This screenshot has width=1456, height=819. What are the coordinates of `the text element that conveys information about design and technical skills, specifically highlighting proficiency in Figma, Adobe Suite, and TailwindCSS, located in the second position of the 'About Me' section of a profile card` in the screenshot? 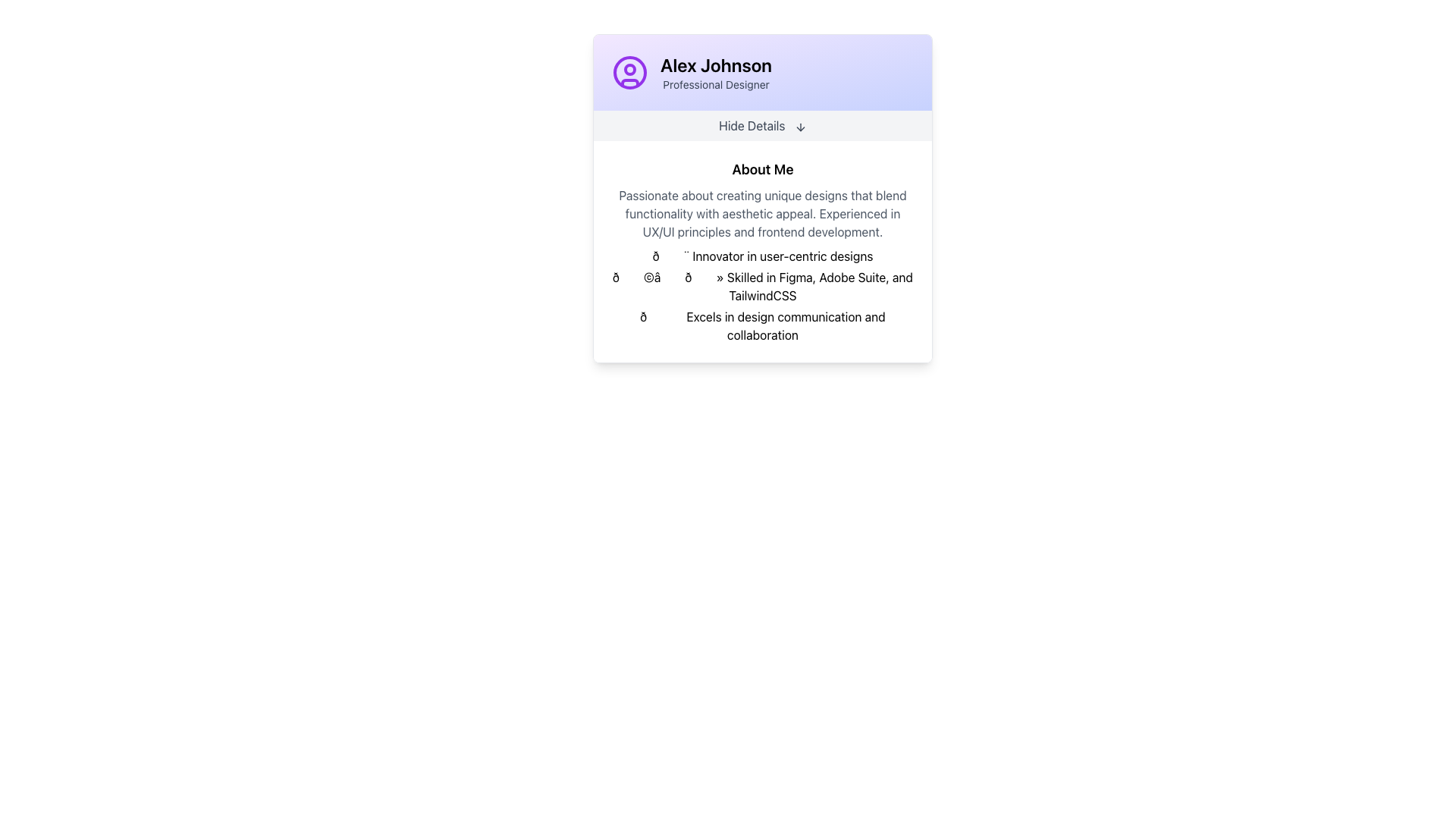 It's located at (763, 287).